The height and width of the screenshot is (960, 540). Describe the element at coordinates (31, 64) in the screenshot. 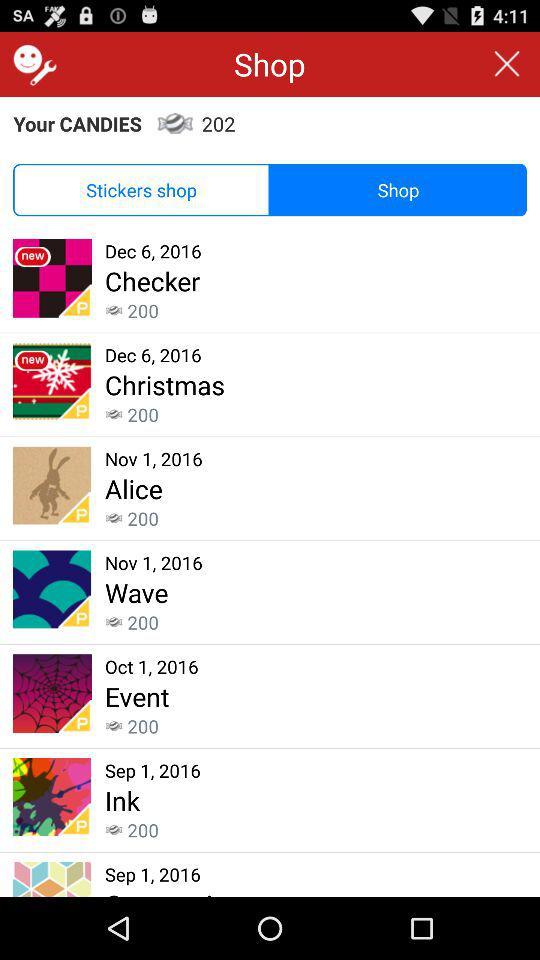

I see `item to the left of shop` at that location.